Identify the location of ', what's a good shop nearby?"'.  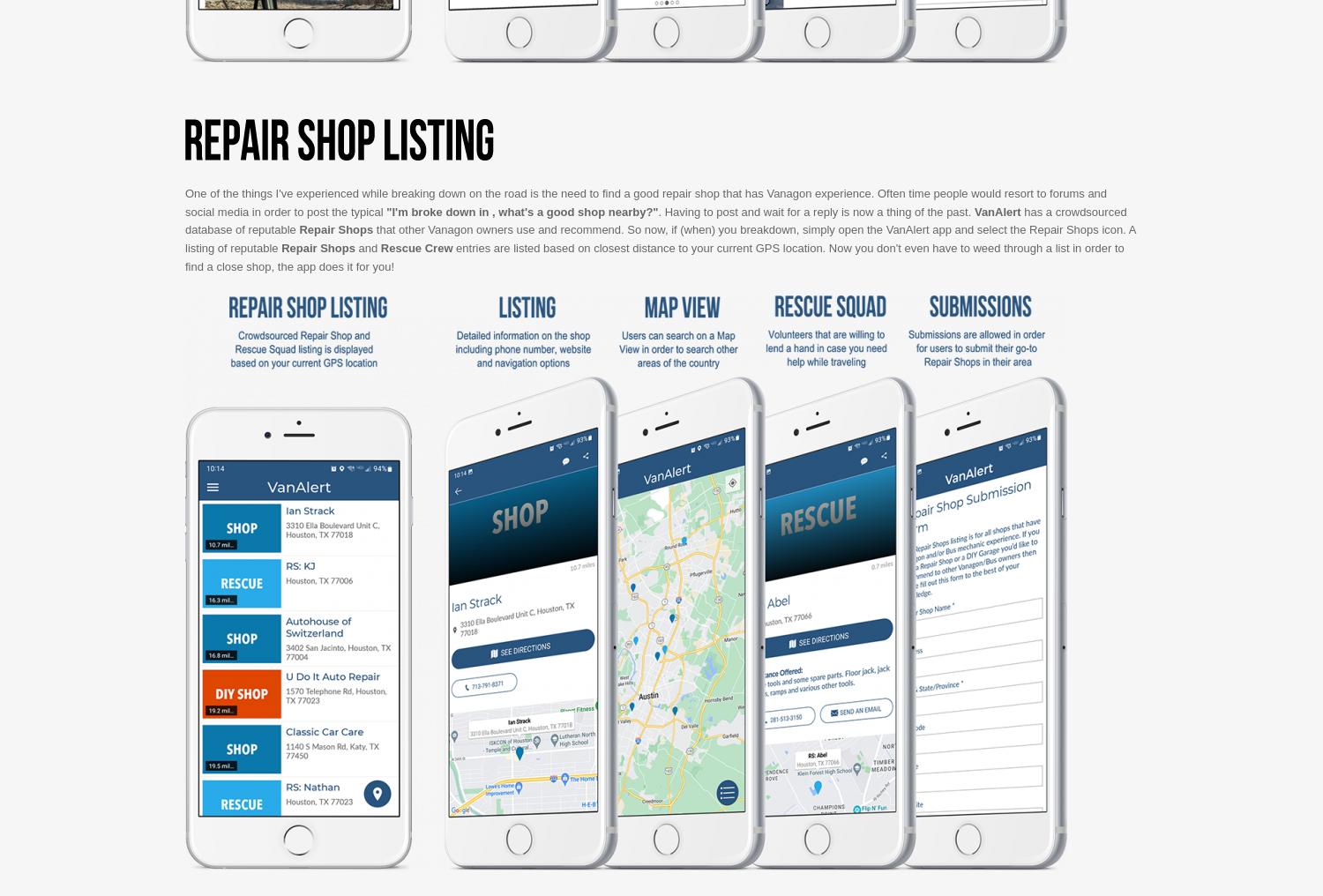
(575, 211).